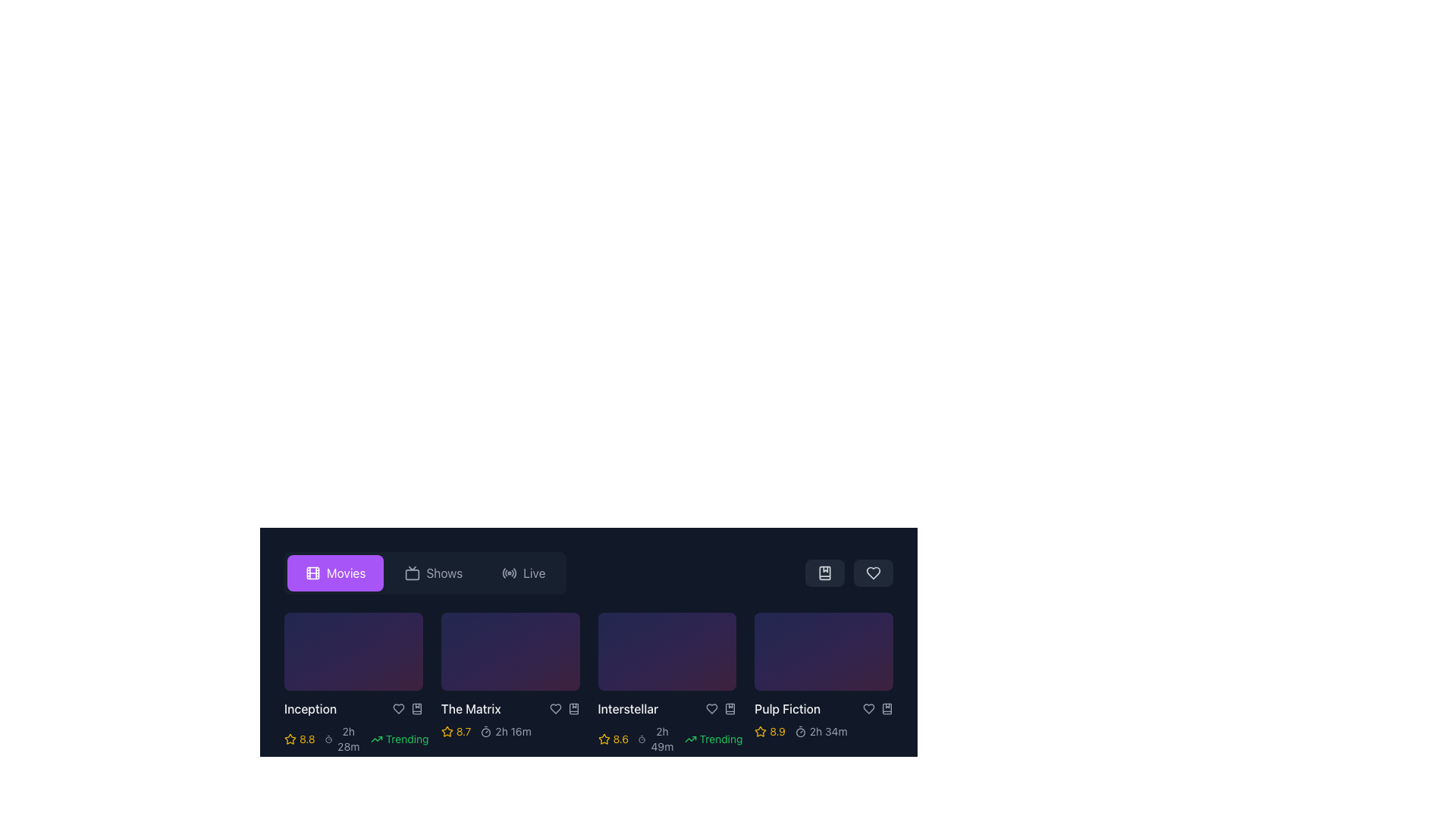 This screenshot has height=819, width=1456. What do you see at coordinates (446, 730) in the screenshot?
I see `the small, stylized star icon with a golden yellow outline located below the title 'The Matrix' in the UI, which is the second element in the group of rating stars` at bounding box center [446, 730].